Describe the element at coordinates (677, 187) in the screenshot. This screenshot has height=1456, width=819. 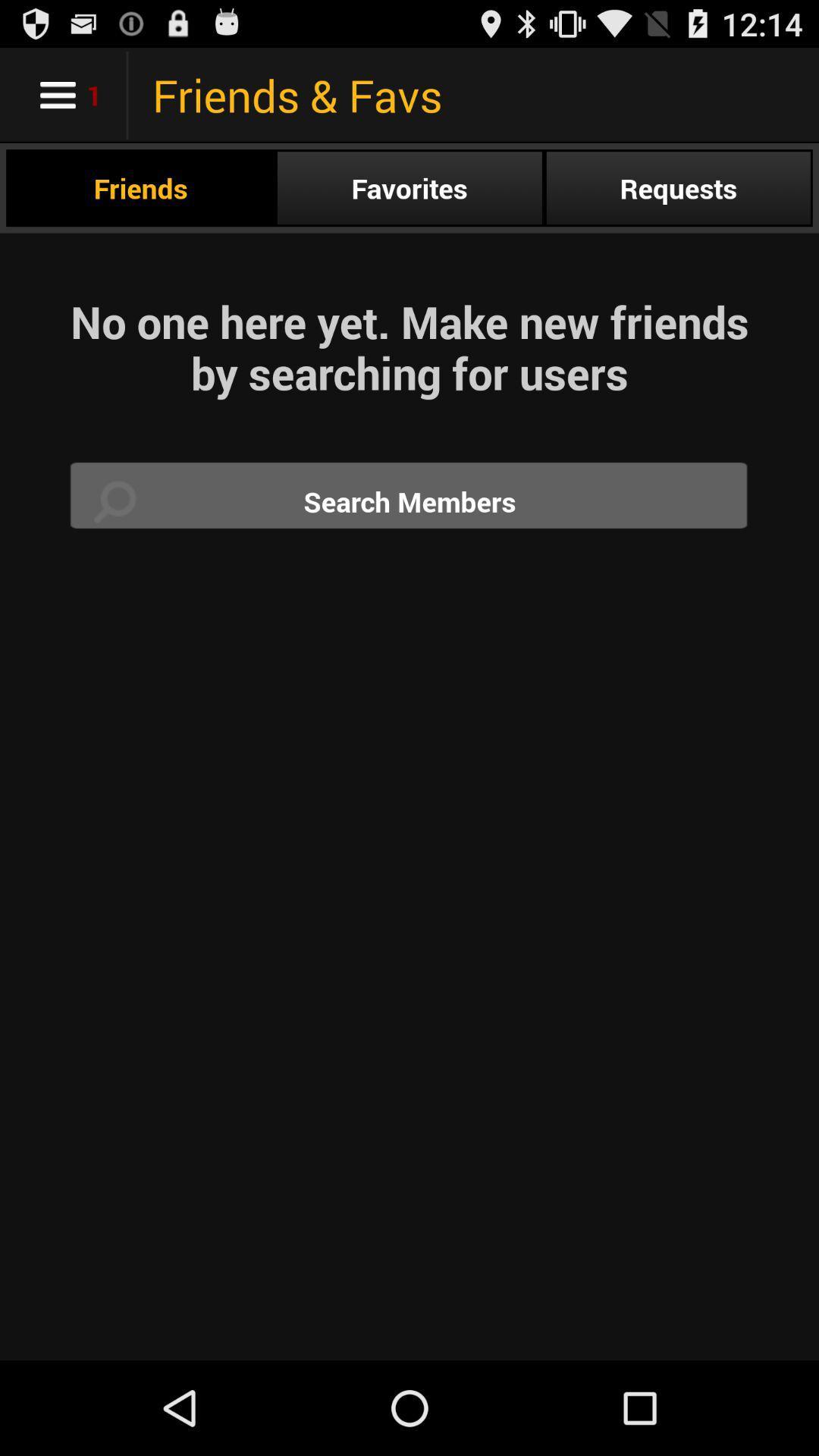
I see `item next to the favorites icon` at that location.